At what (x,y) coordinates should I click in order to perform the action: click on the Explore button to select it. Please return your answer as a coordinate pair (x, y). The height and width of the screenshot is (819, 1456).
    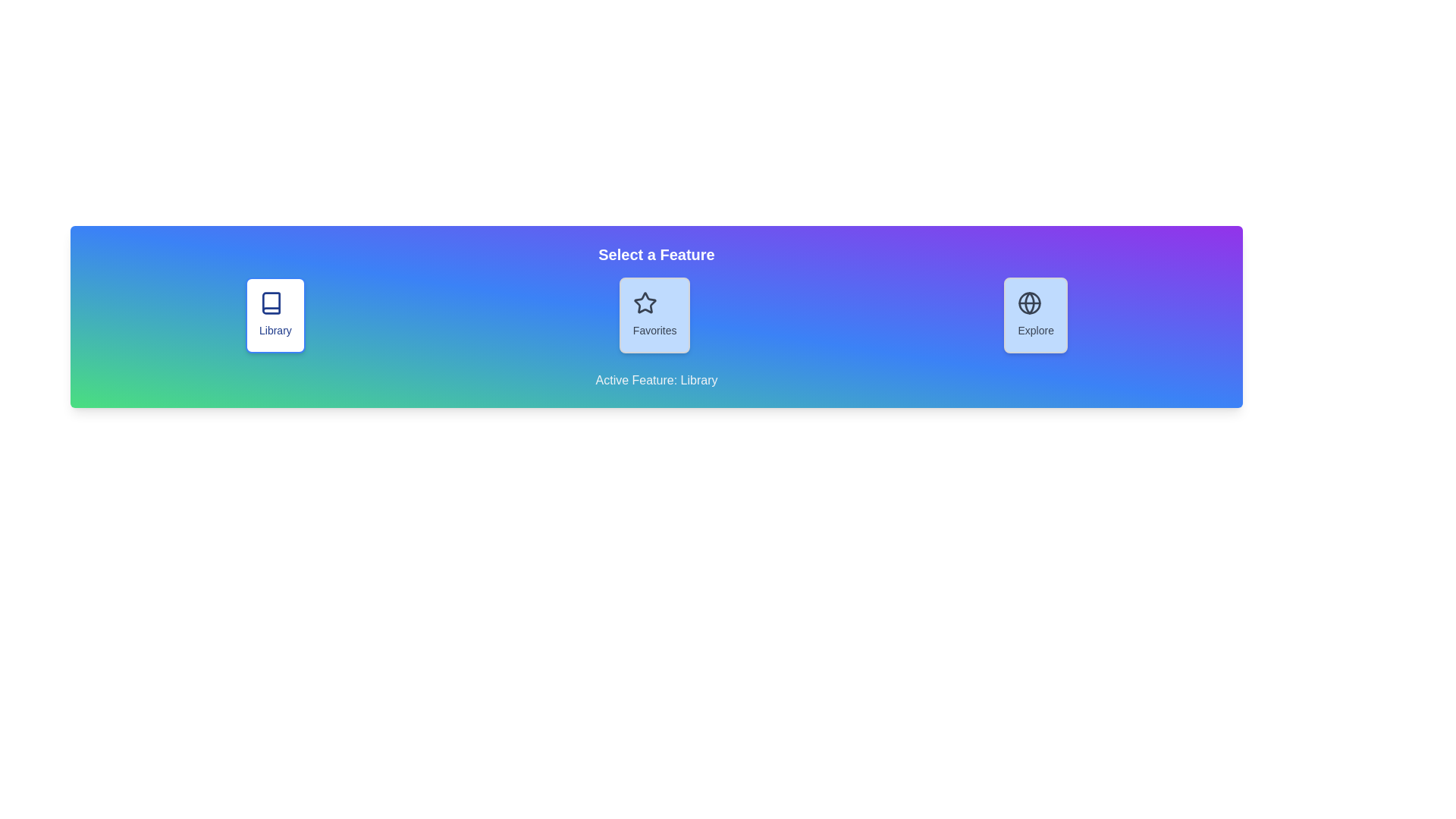
    Looking at the image, I should click on (1035, 315).